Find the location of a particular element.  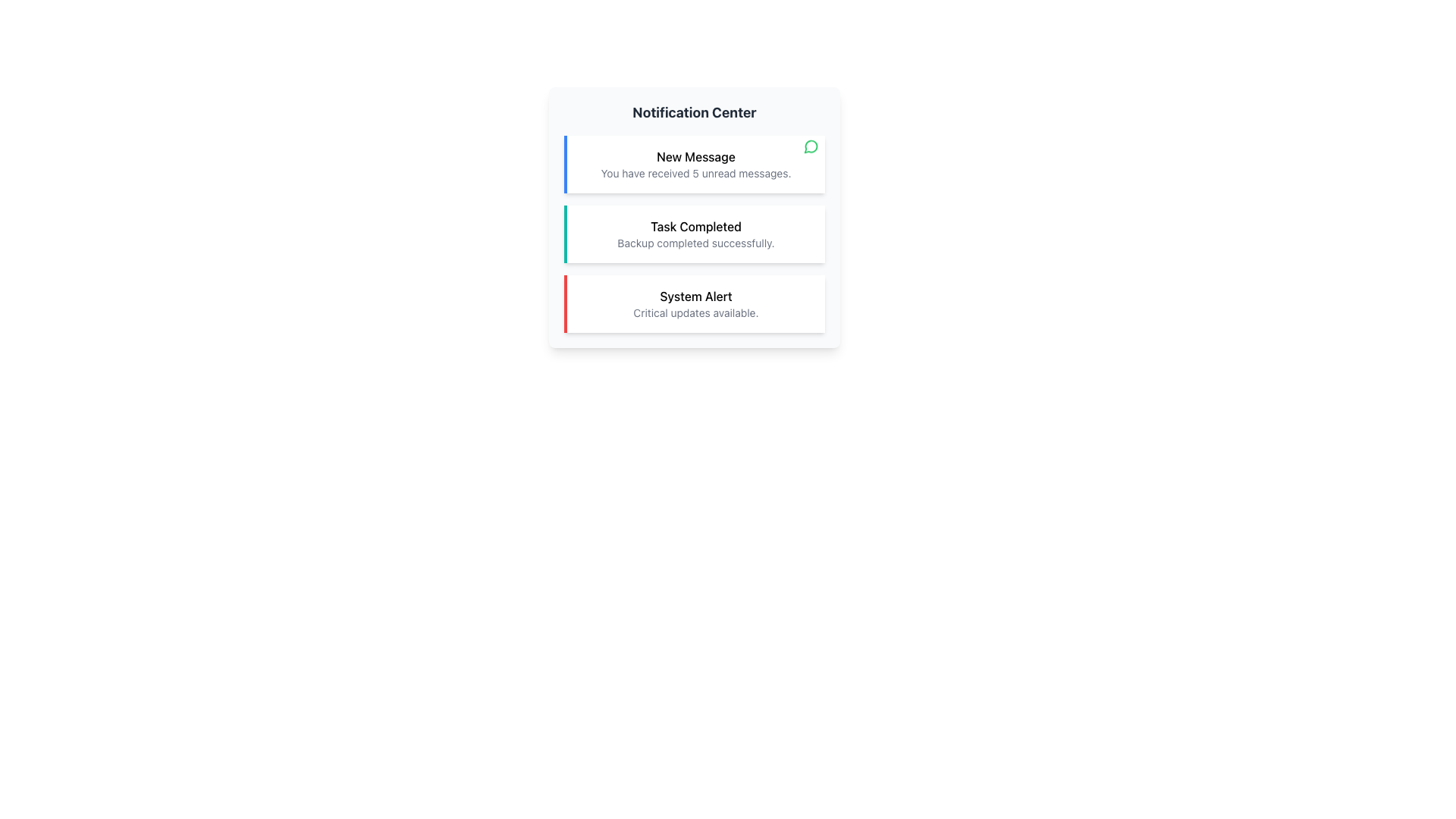

the green animated icon resembling a speech bubble in the Notification Center, located in the top-right corner of the first notification row titled 'New Message.' is located at coordinates (811, 148).